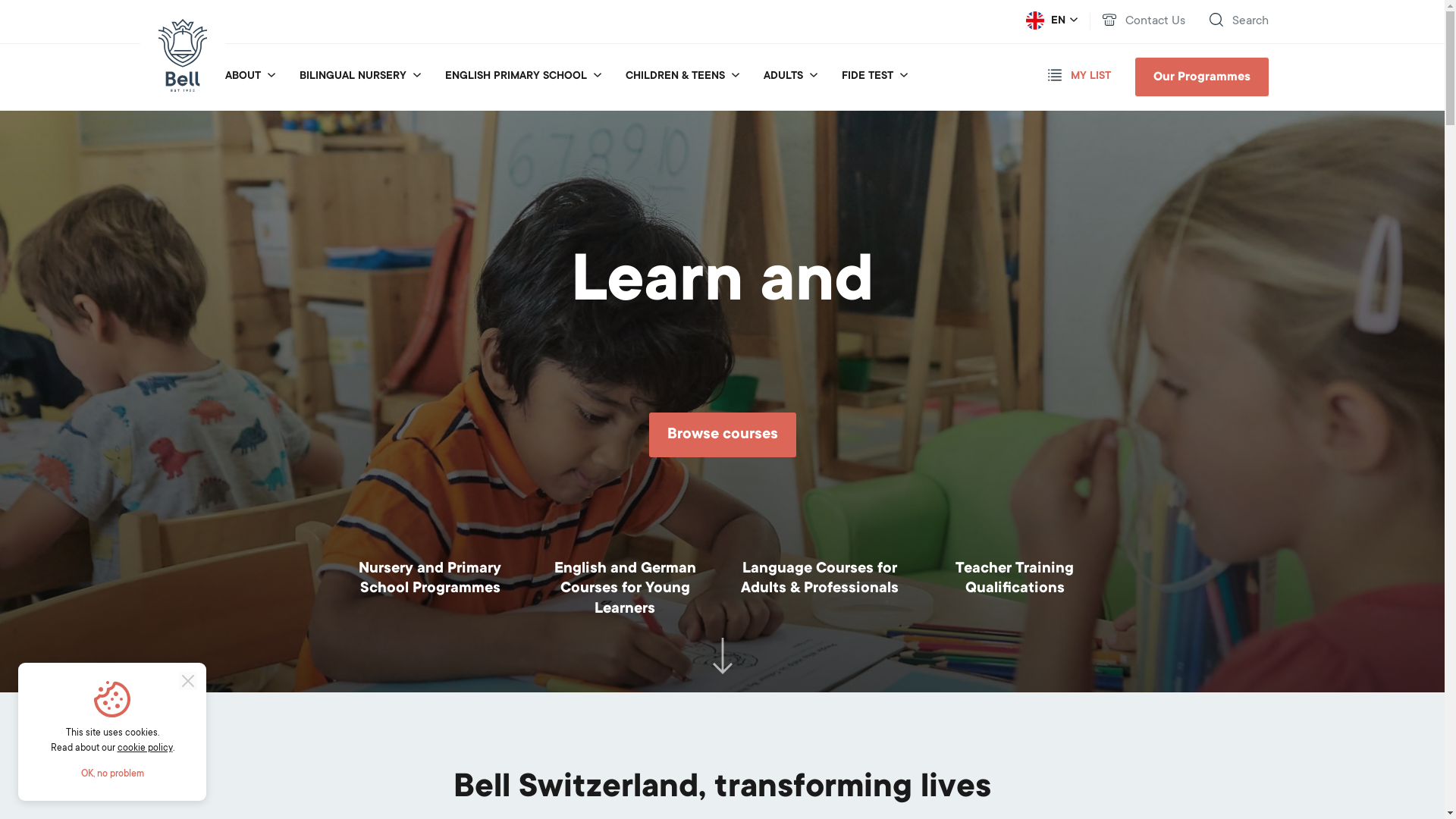  Describe the element at coordinates (111, 774) in the screenshot. I see `'OK, no problem'` at that location.